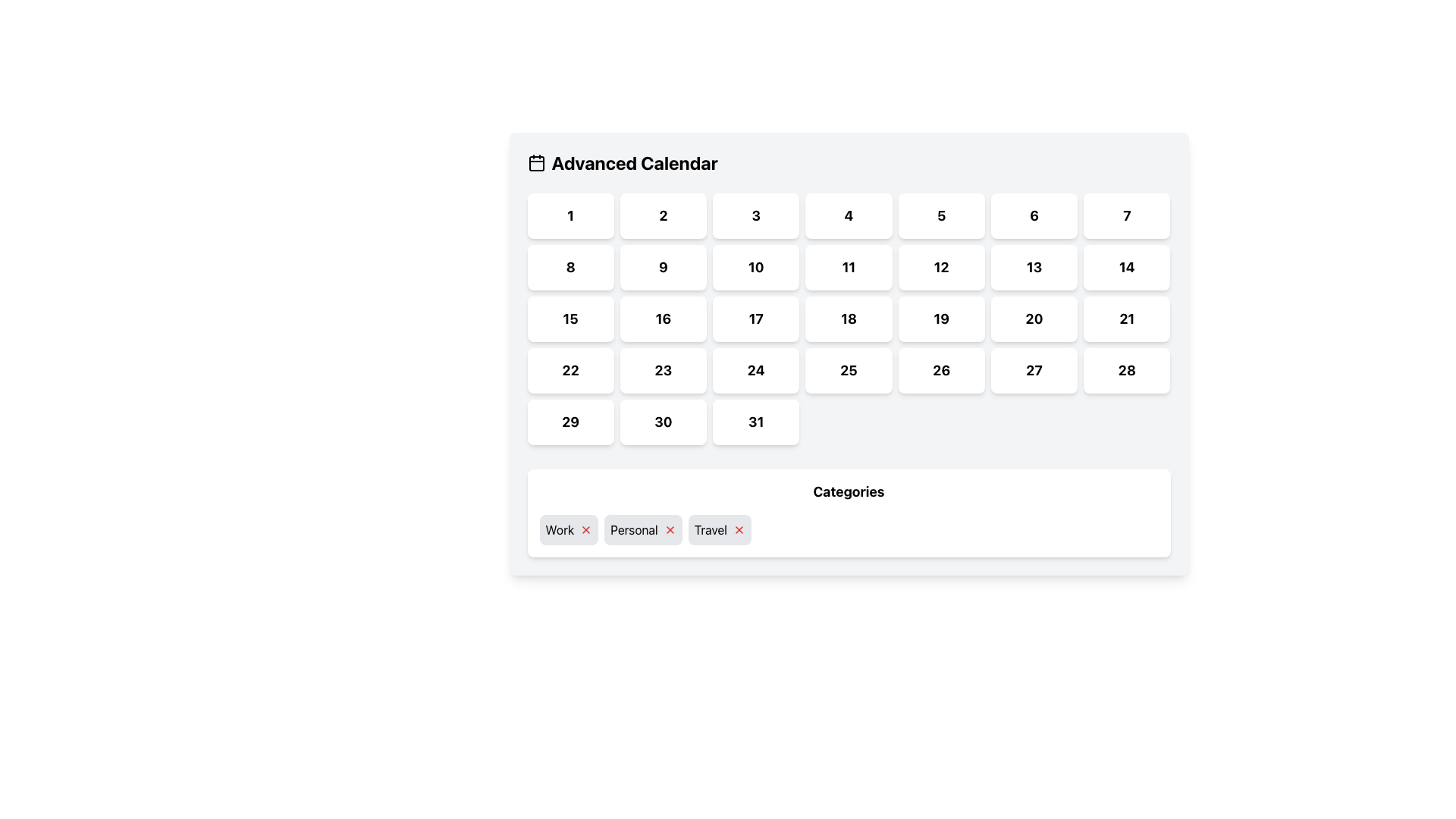  What do you see at coordinates (570, 422) in the screenshot?
I see `the button labeled '29' which is a rectangular button with a white background and rounded corners, featuring the bold number '29' centered within it` at bounding box center [570, 422].